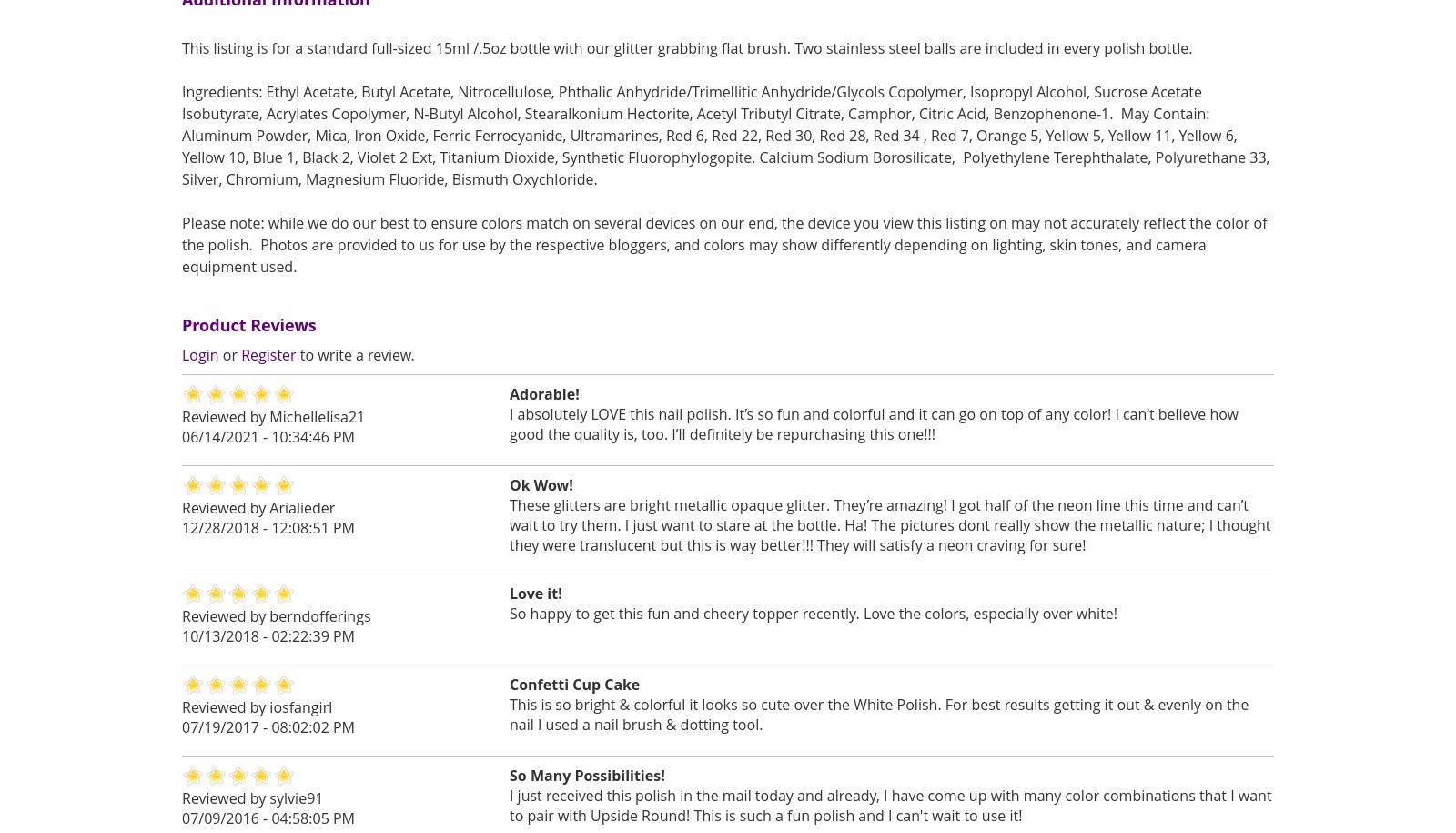  What do you see at coordinates (889, 523) in the screenshot?
I see `'These glitters are bright metallic opaque glitter. They’re amazing! I got half of the neon line this time and can’t wait to try them. I just want to stare at the bottle. Ha! The pictures dont really show the metallic nature; I thought they were translucent but this is way better!!! They will satisfy a neon craving for sure!'` at bounding box center [889, 523].